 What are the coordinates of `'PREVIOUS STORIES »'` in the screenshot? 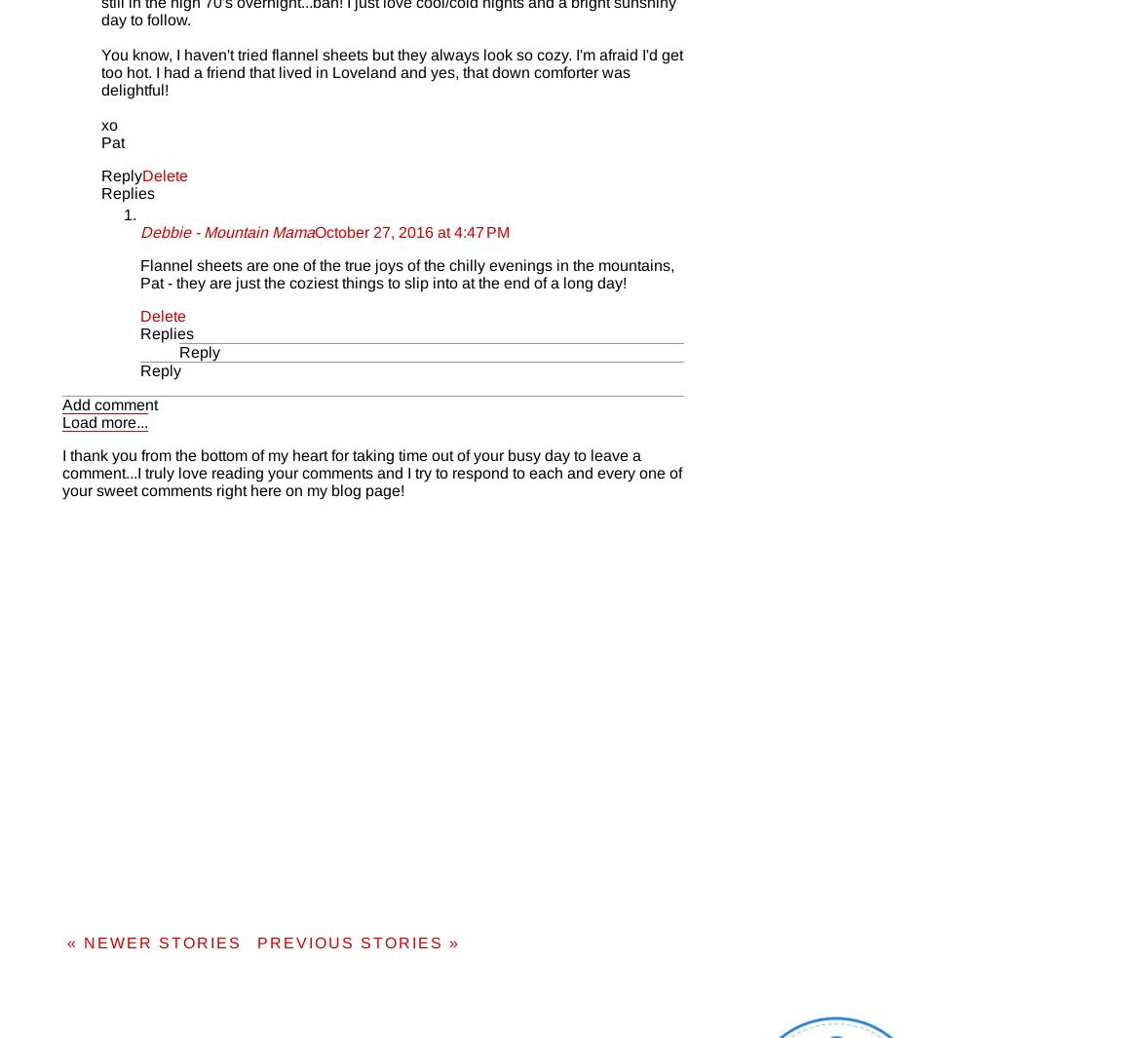 It's located at (255, 942).